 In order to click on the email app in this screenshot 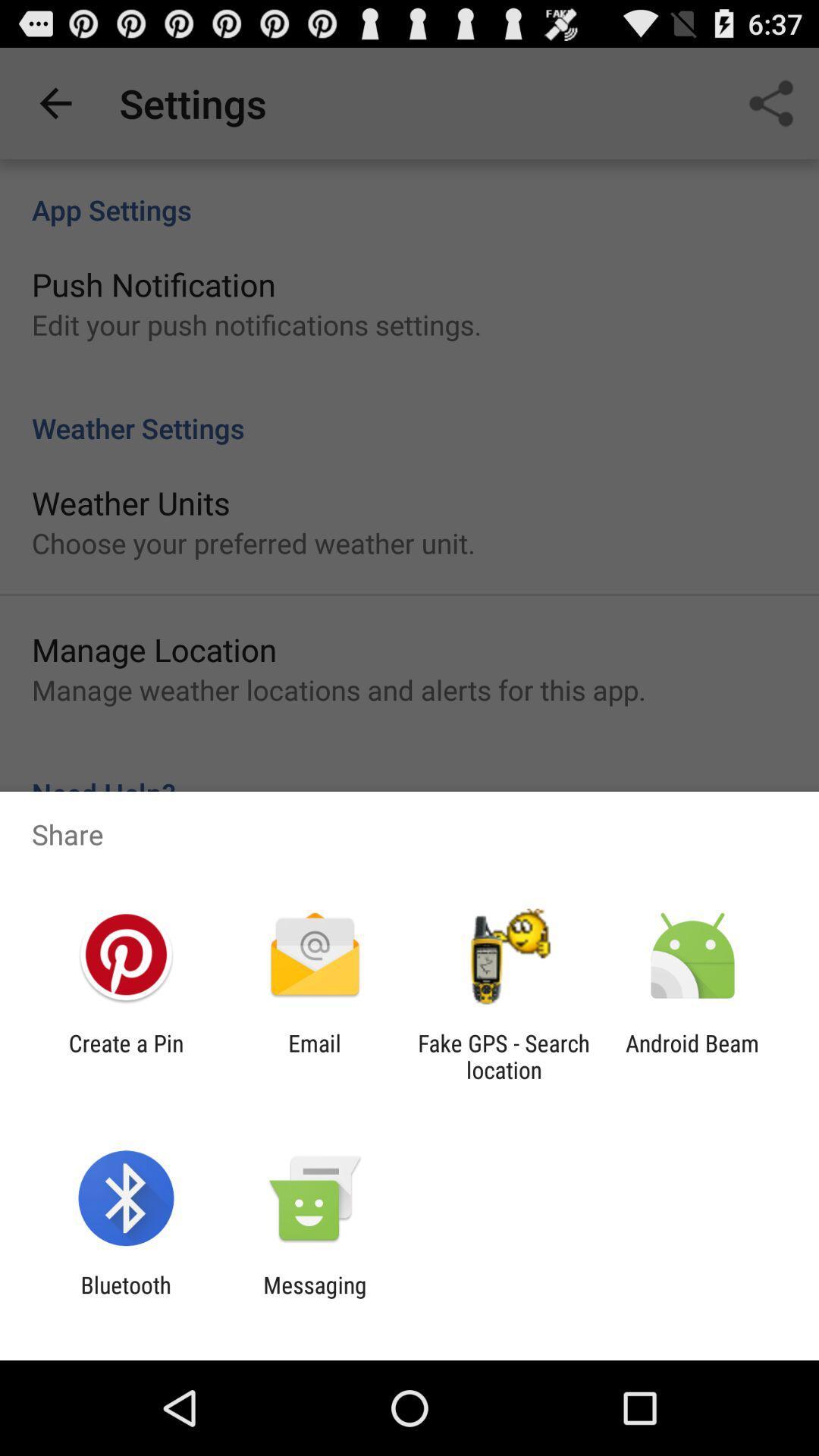, I will do `click(314, 1056)`.